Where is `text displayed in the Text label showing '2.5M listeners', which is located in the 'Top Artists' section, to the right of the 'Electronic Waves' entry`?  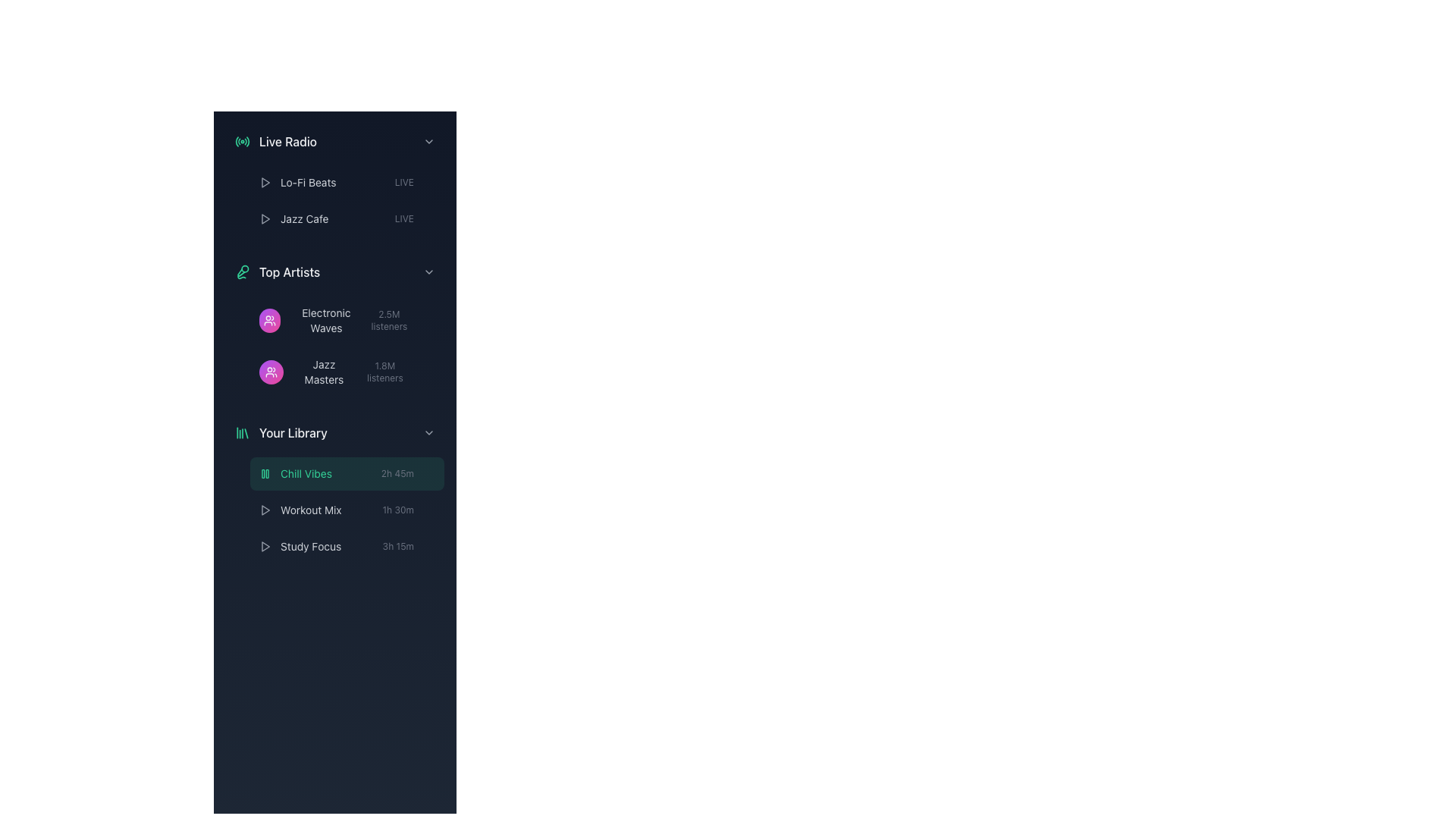 text displayed in the Text label showing '2.5M listeners', which is located in the 'Top Artists' section, to the right of the 'Electronic Waves' entry is located at coordinates (399, 320).